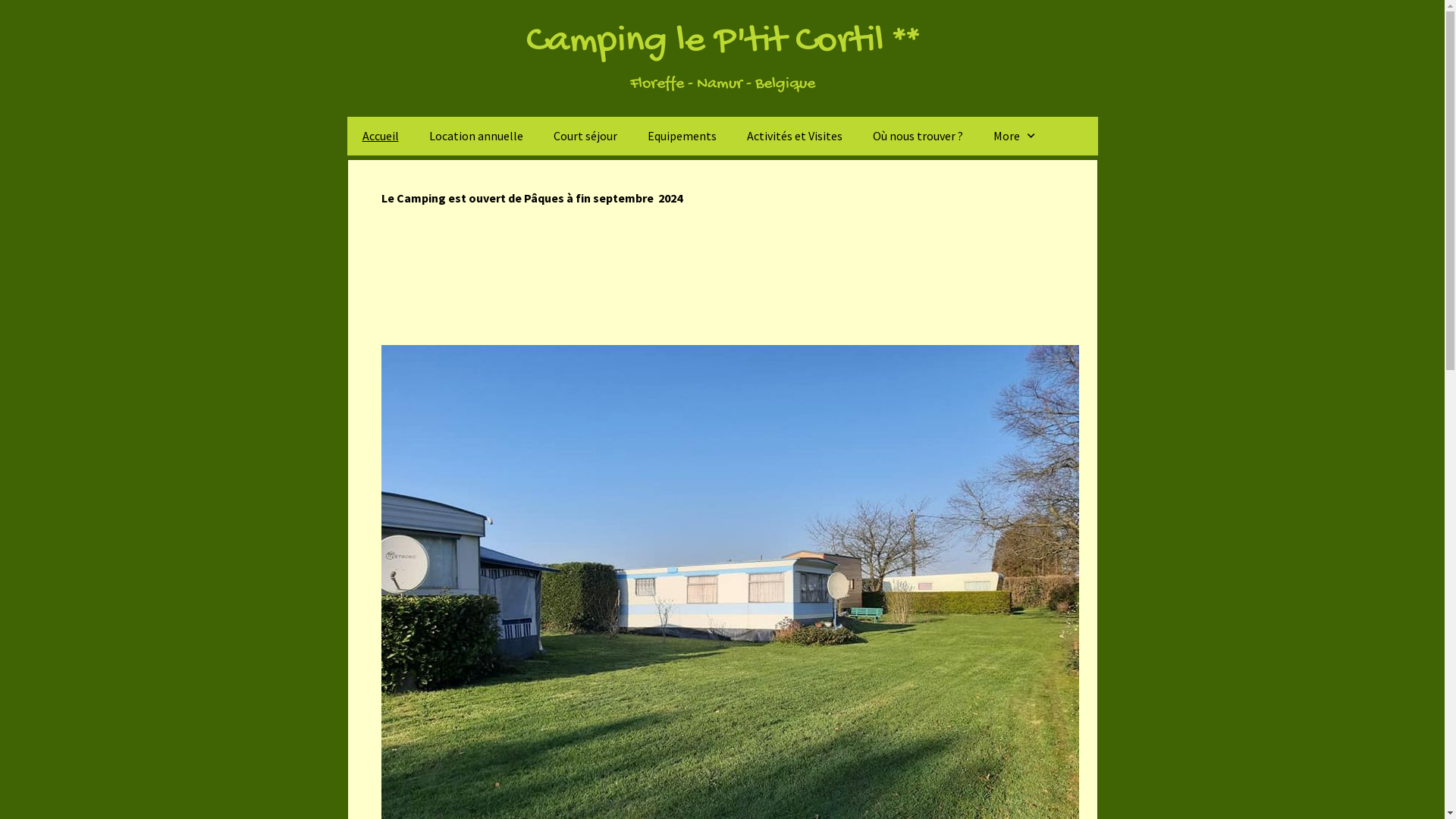 This screenshot has height=819, width=1456. Describe the element at coordinates (414, 135) in the screenshot. I see `'Location annuelle'` at that location.